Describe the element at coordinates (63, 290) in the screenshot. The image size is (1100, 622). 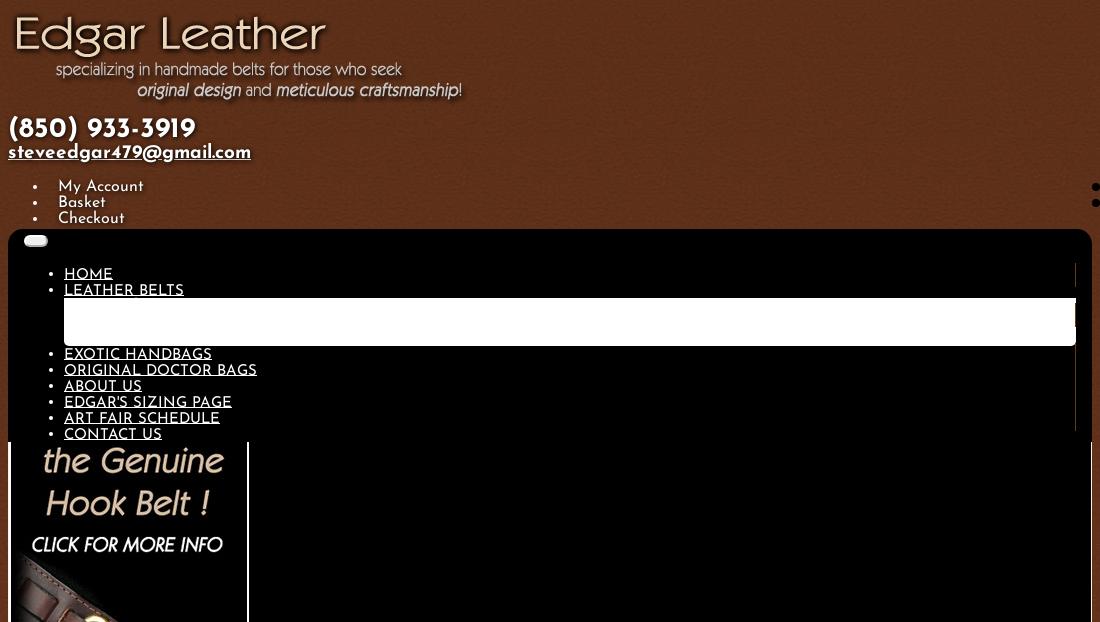
I see `'Leather Belts'` at that location.